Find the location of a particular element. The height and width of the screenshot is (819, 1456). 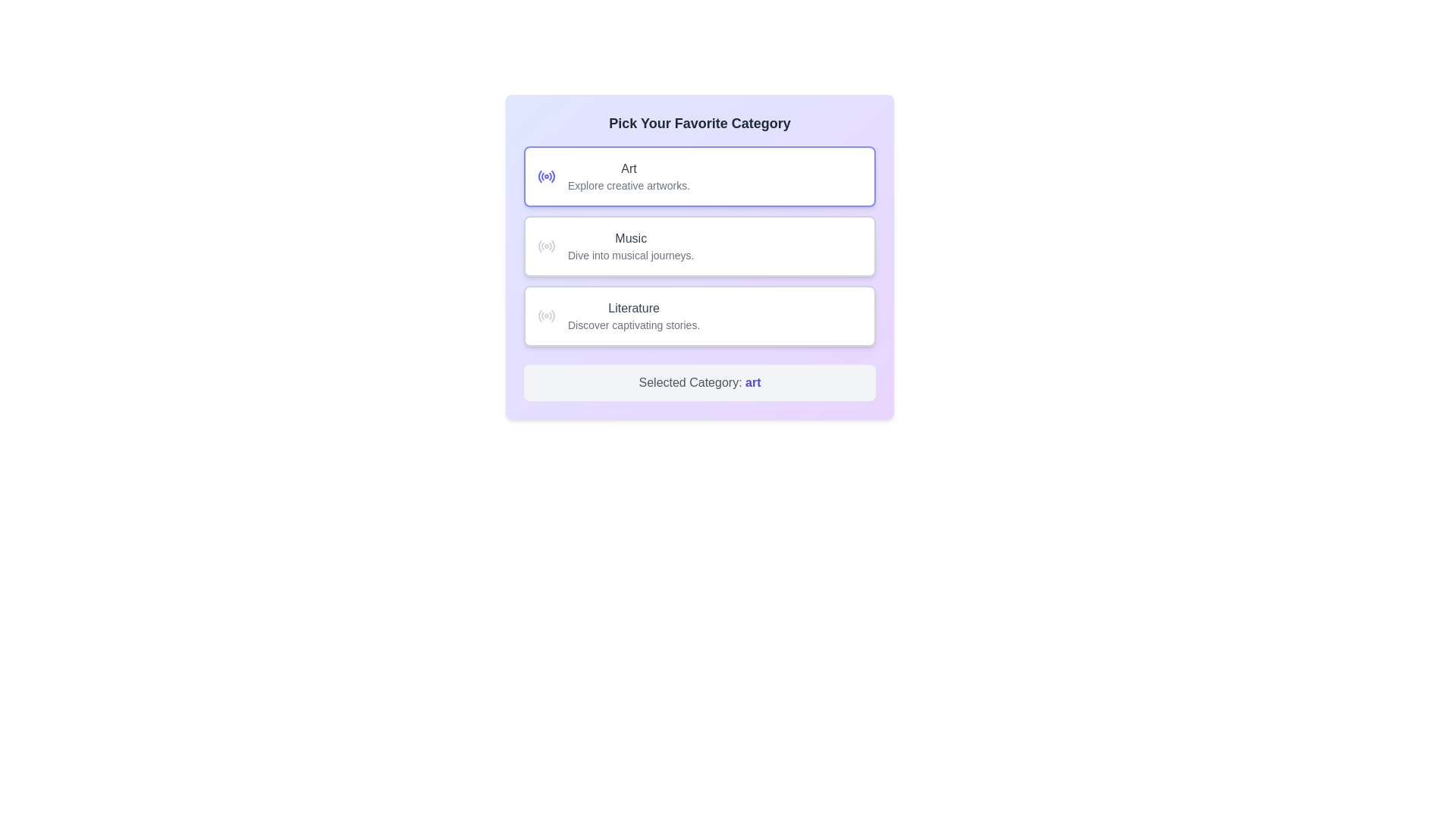

the text label that reads 'Discover captivating stories.' located below the main title 'Literature' in the 'Pick Your Favorite Category' section is located at coordinates (634, 324).